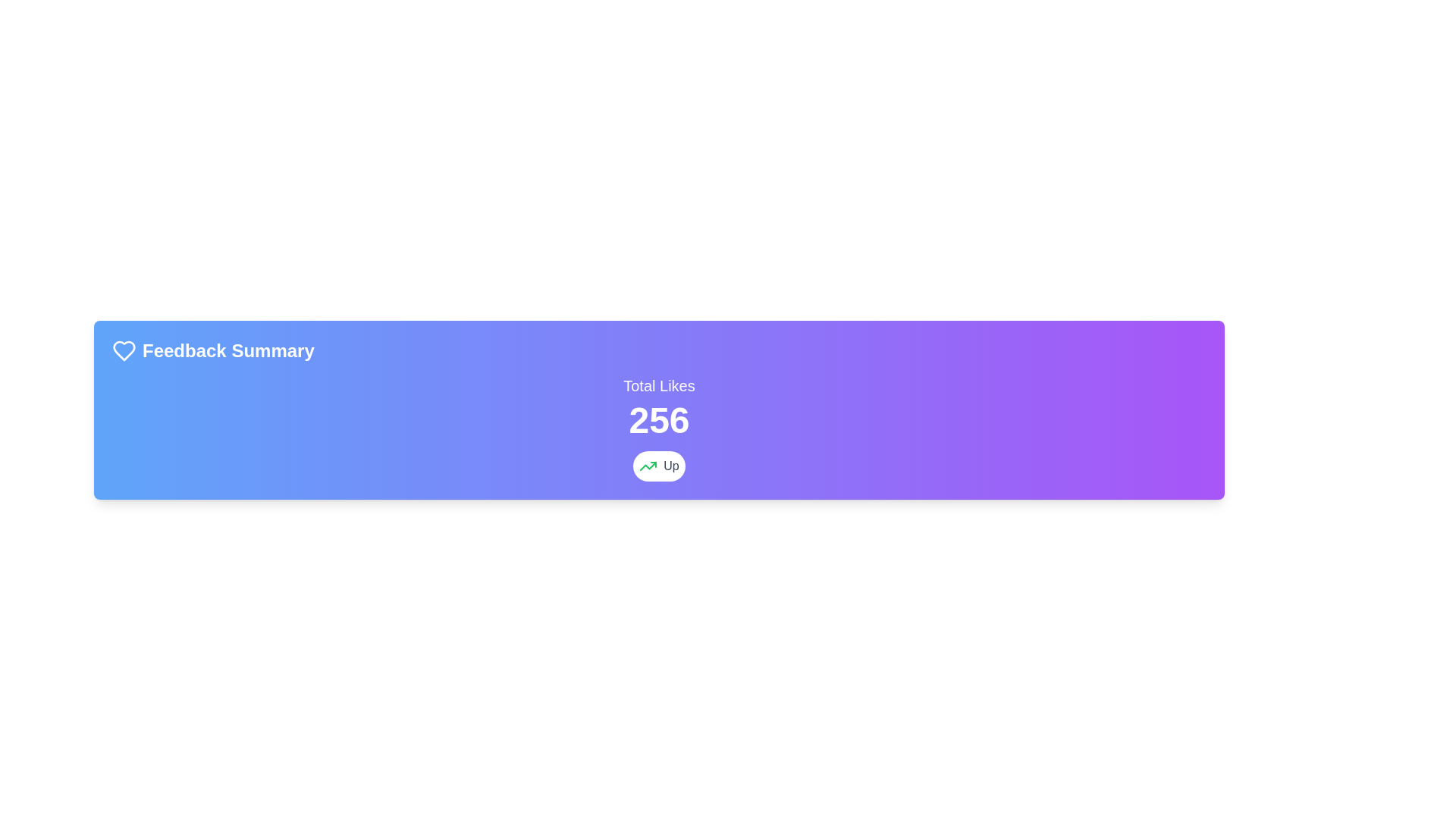 The height and width of the screenshot is (819, 1456). What do you see at coordinates (659, 465) in the screenshot?
I see `the distinctive upward trend indicator button located at the bottom of the 'Feedback Summary' section` at bounding box center [659, 465].